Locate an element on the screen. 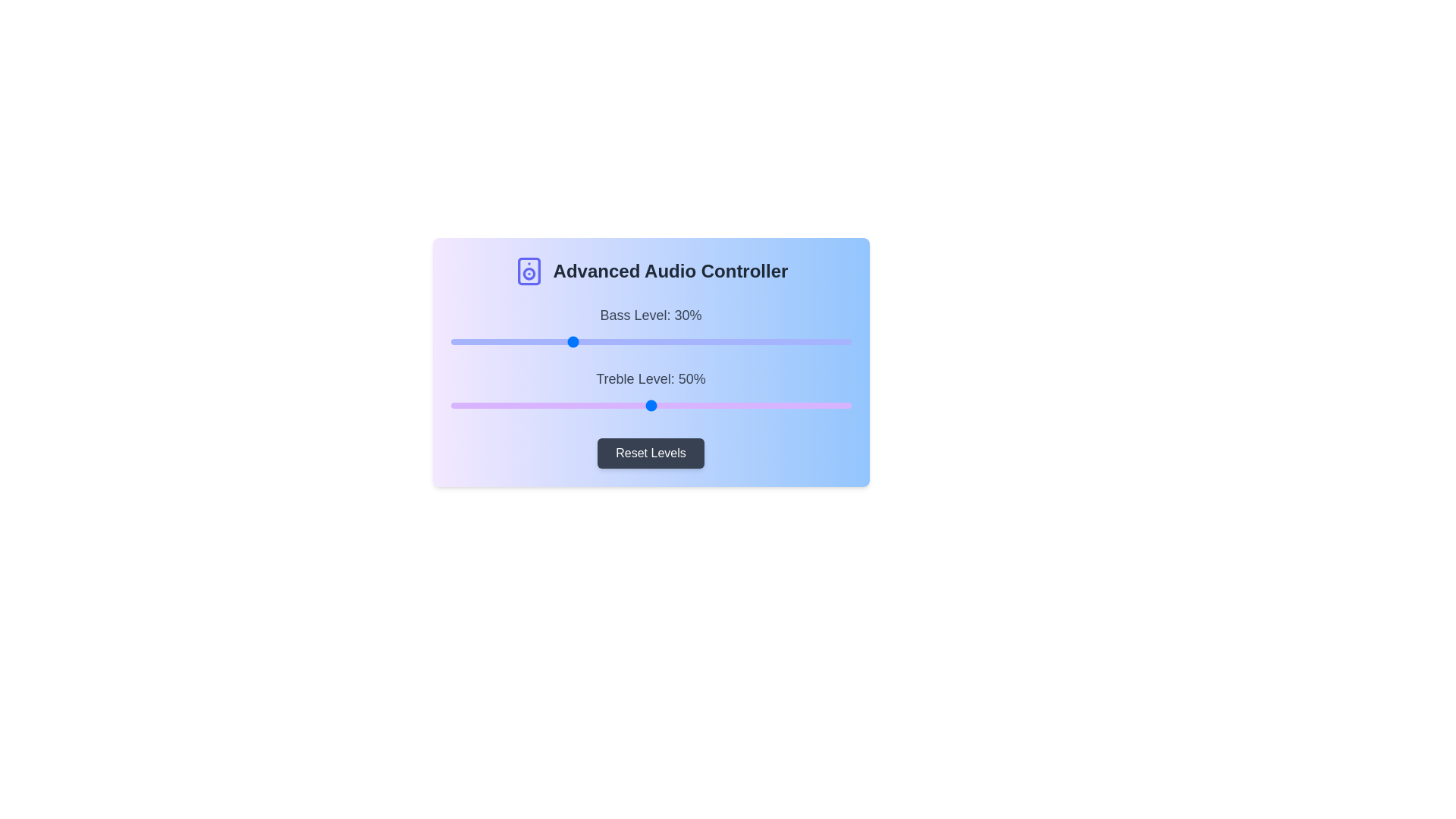  the 0 slider to 60% is located at coordinates (690, 342).